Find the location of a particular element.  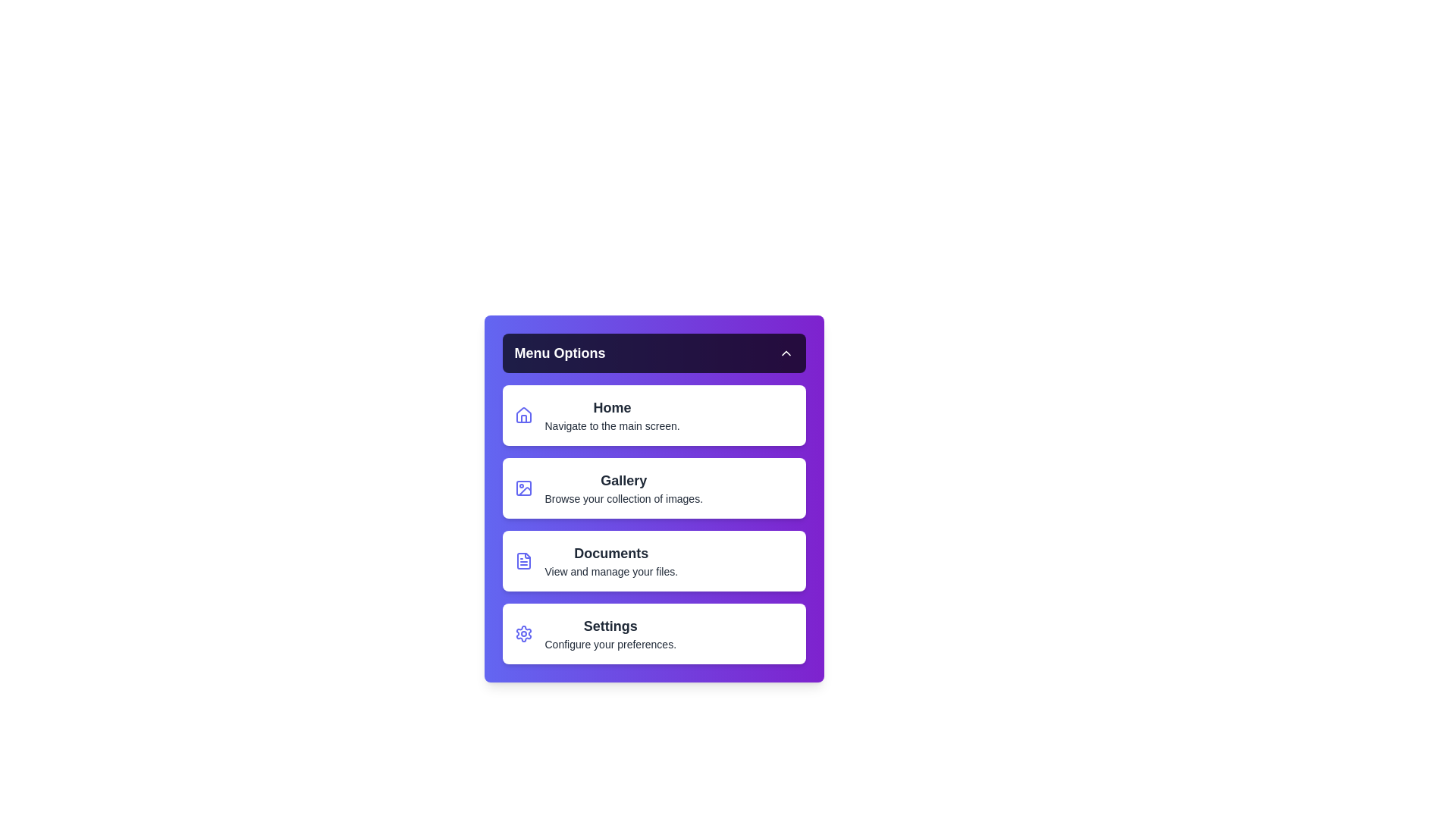

the menu item labeled Home is located at coordinates (654, 415).